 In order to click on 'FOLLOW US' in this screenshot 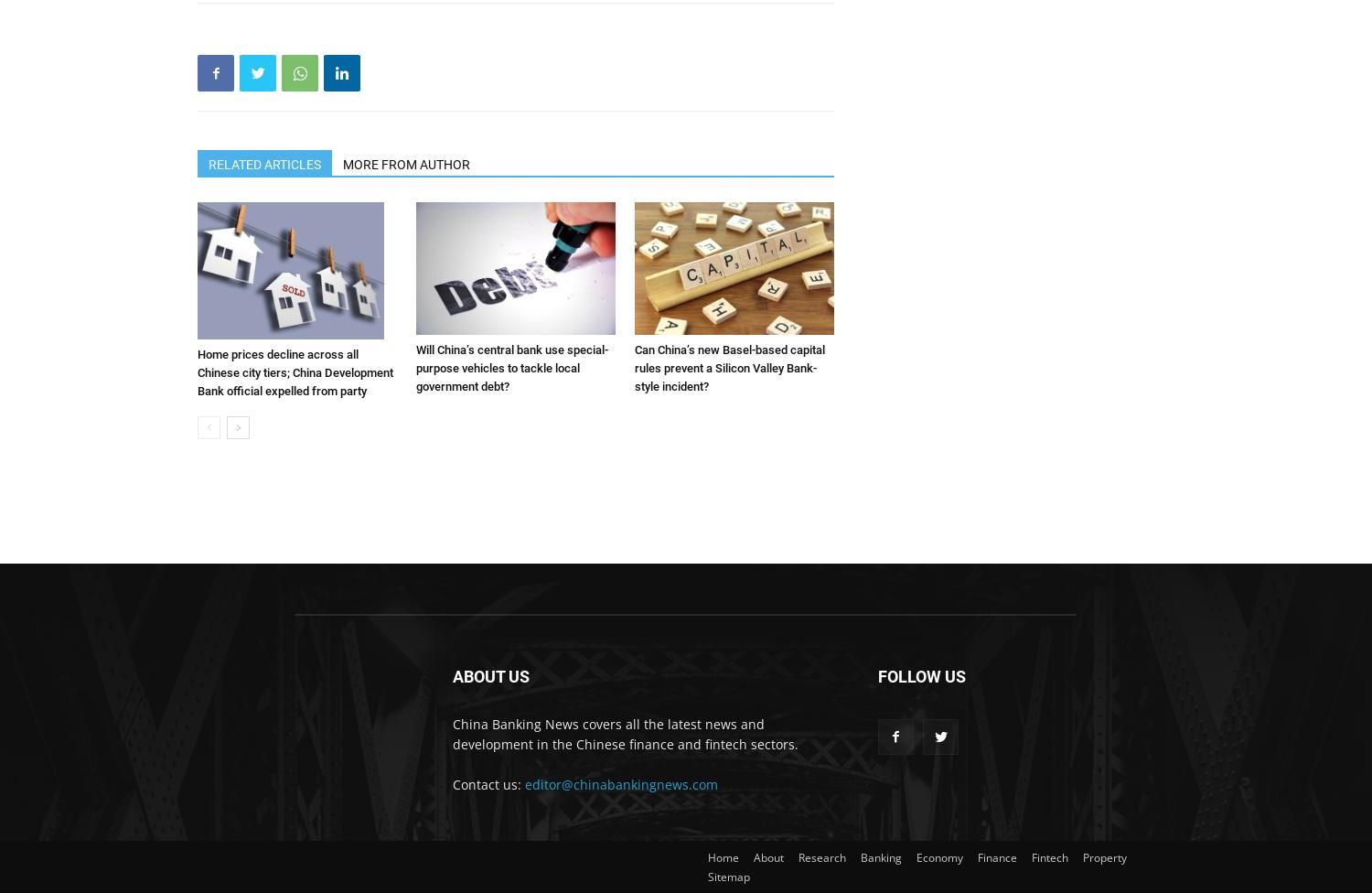, I will do `click(922, 675)`.